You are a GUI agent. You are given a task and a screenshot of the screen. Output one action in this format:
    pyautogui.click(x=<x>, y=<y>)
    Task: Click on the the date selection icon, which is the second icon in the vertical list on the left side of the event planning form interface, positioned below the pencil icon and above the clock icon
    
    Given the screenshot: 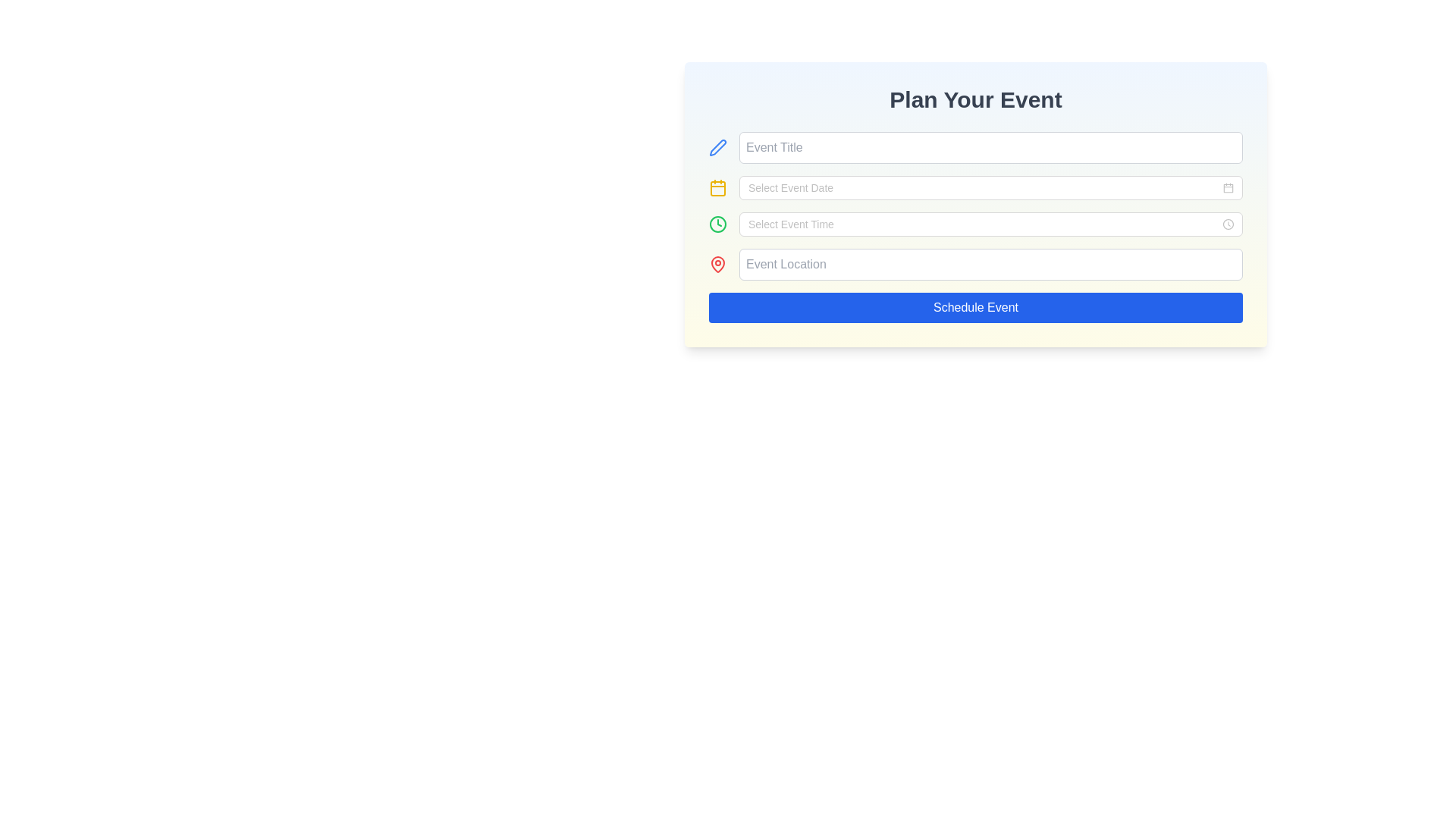 What is the action you would take?
    pyautogui.click(x=717, y=187)
    